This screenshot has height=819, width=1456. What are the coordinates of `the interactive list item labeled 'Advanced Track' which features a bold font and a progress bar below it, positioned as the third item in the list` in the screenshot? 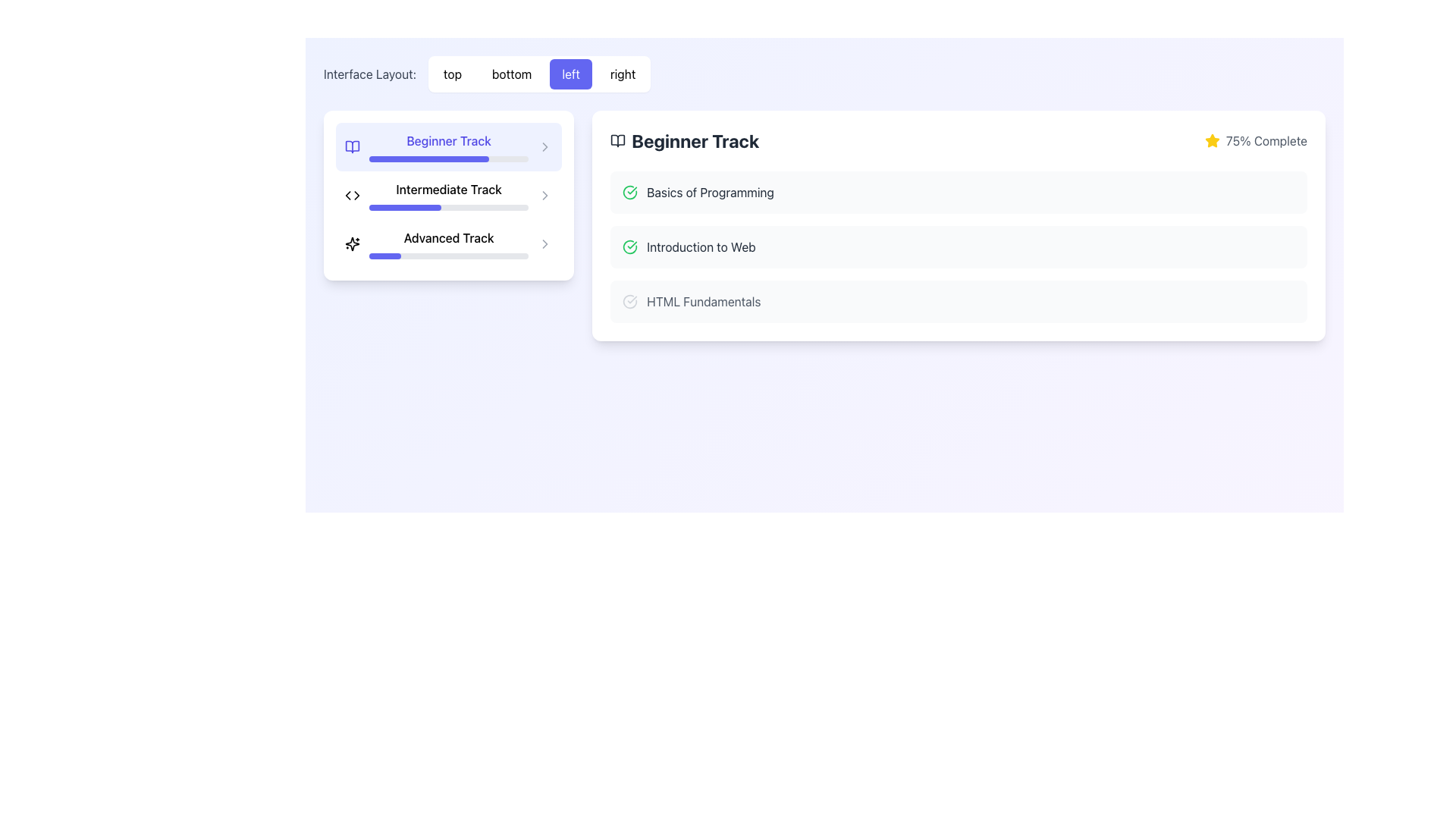 It's located at (448, 243).